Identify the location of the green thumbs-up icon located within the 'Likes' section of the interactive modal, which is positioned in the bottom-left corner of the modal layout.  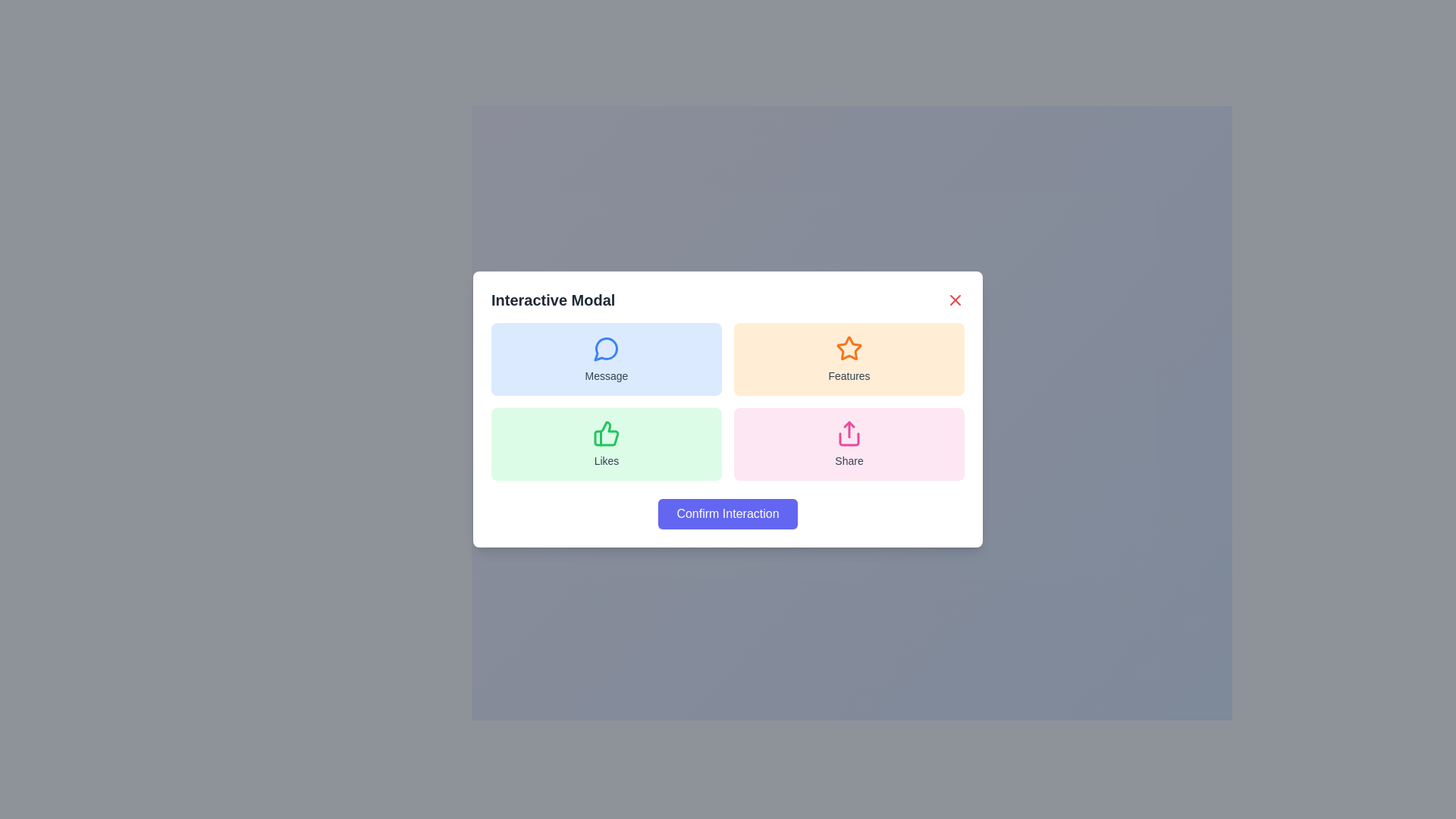
(607, 433).